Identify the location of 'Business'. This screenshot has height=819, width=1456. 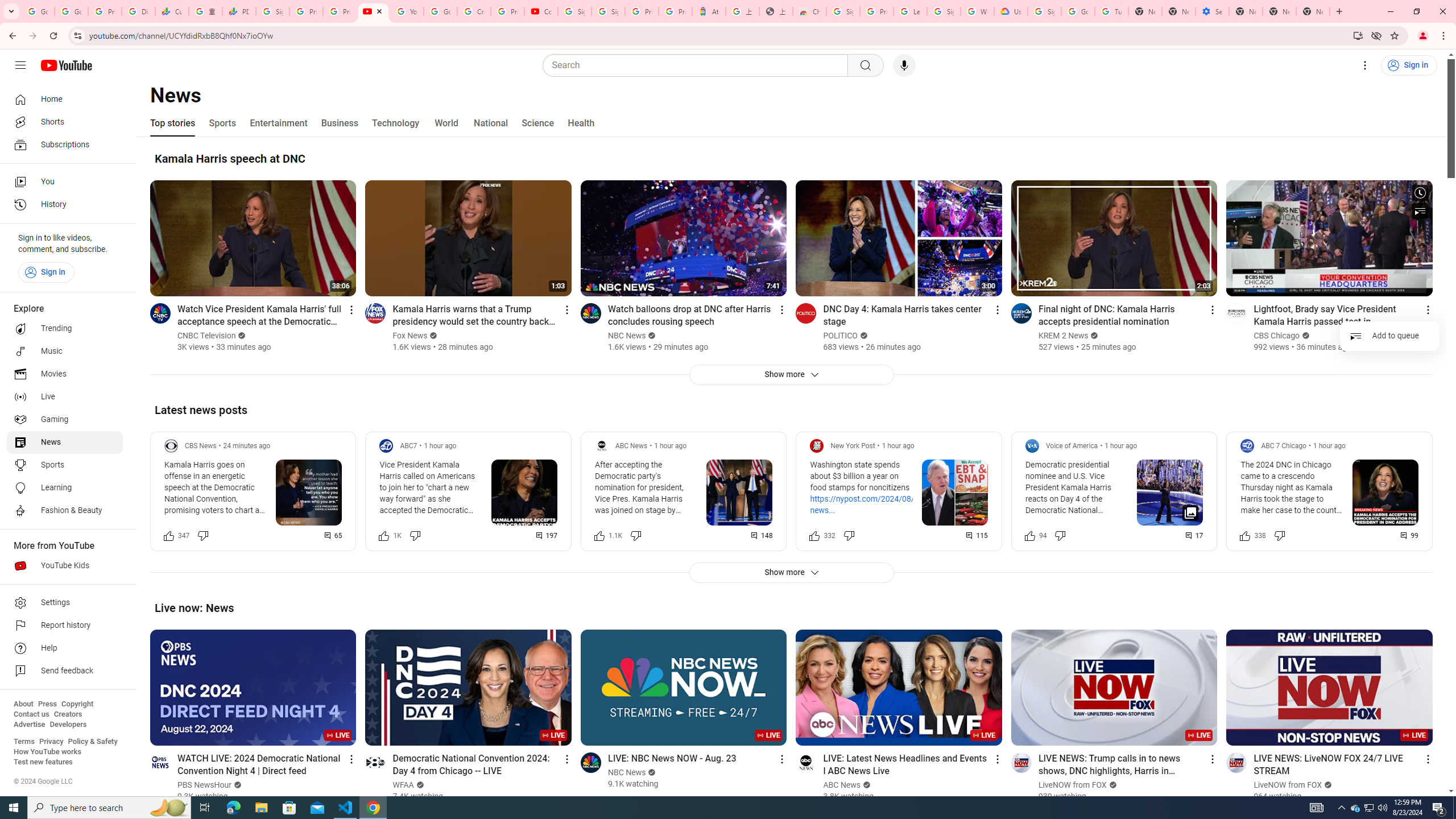
(338, 122).